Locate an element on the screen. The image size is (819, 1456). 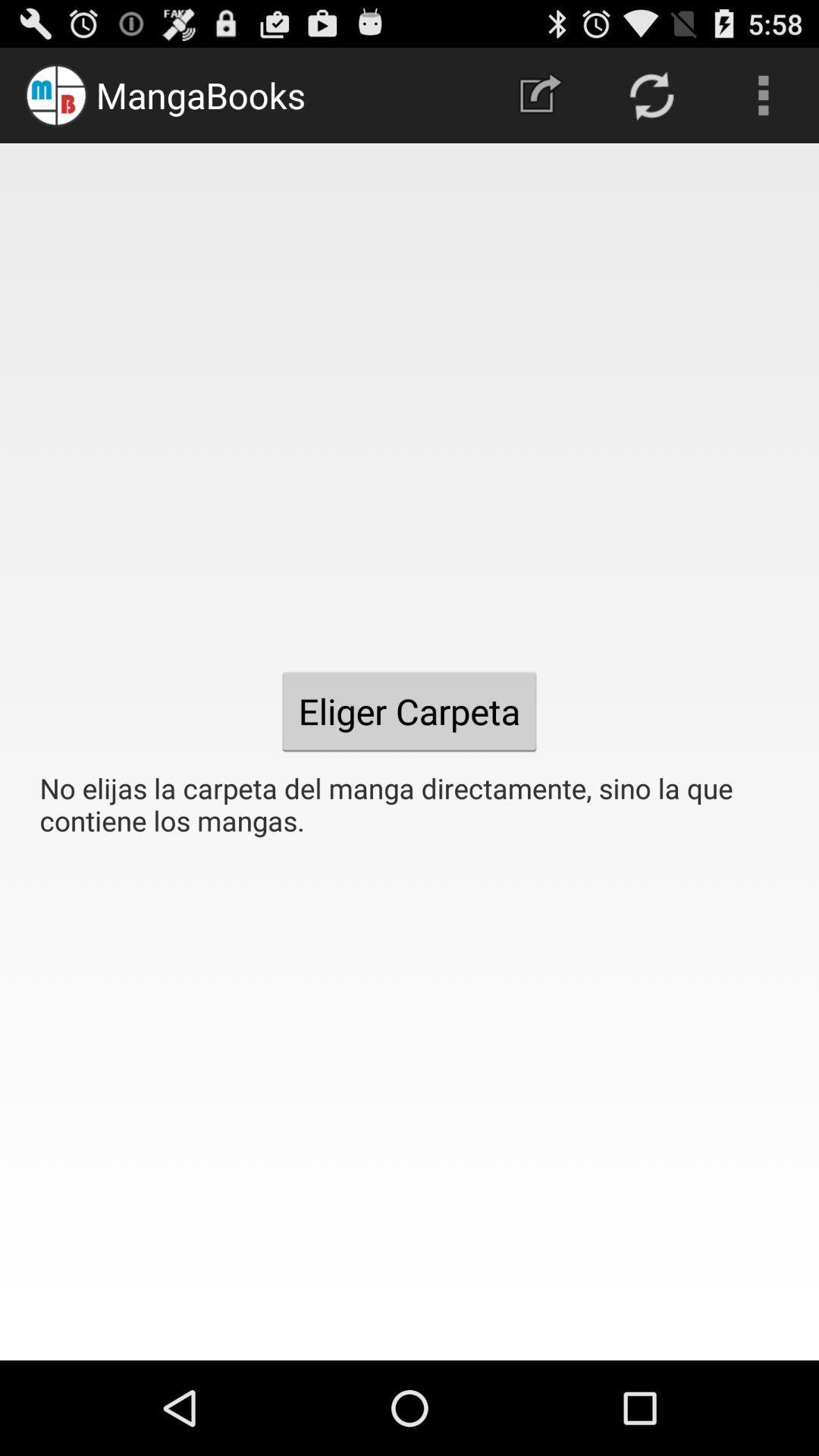
the item to the right of the mangabooks item is located at coordinates (539, 94).